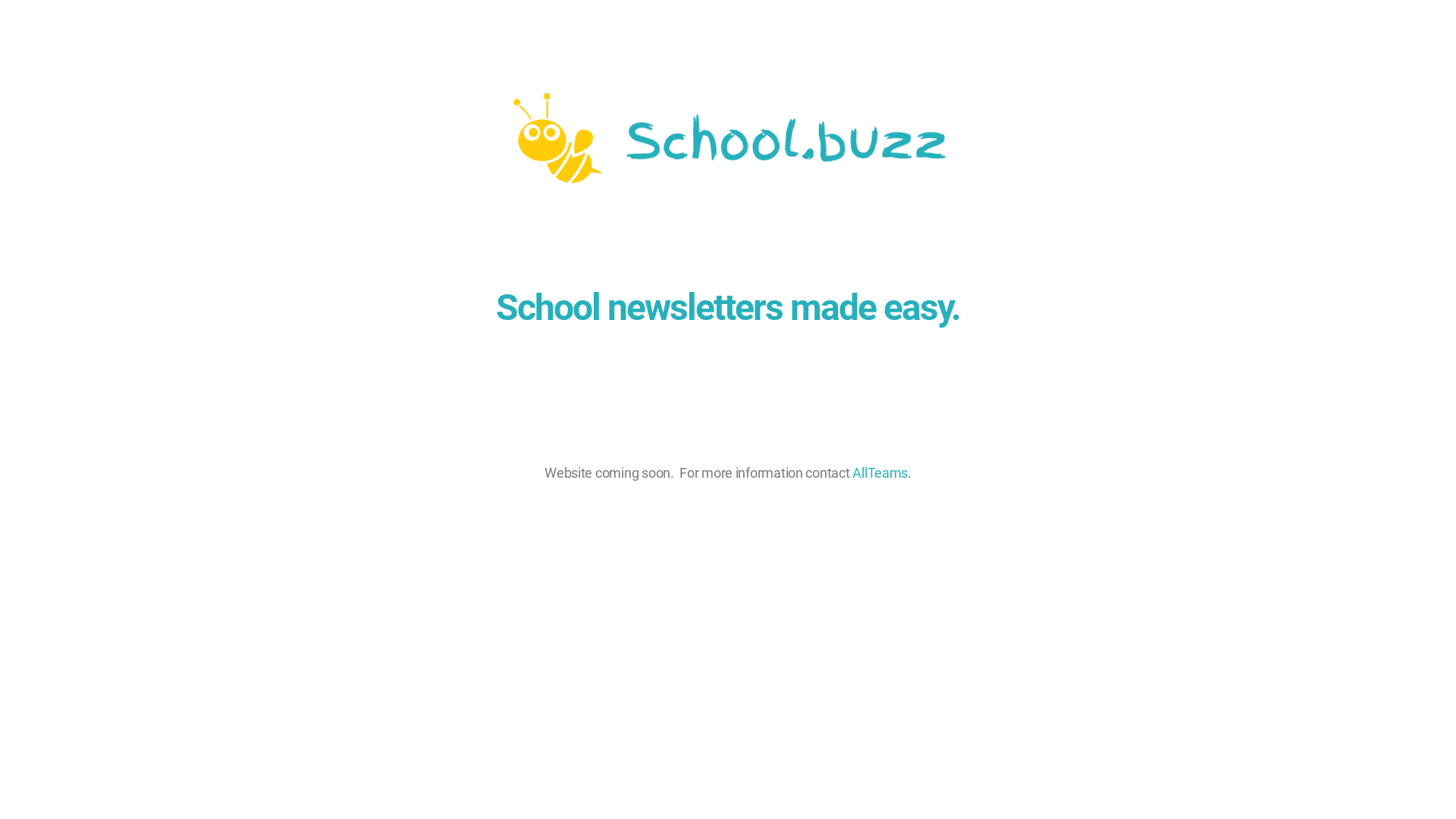  What do you see at coordinates (880, 472) in the screenshot?
I see `'AllTeams'` at bounding box center [880, 472].